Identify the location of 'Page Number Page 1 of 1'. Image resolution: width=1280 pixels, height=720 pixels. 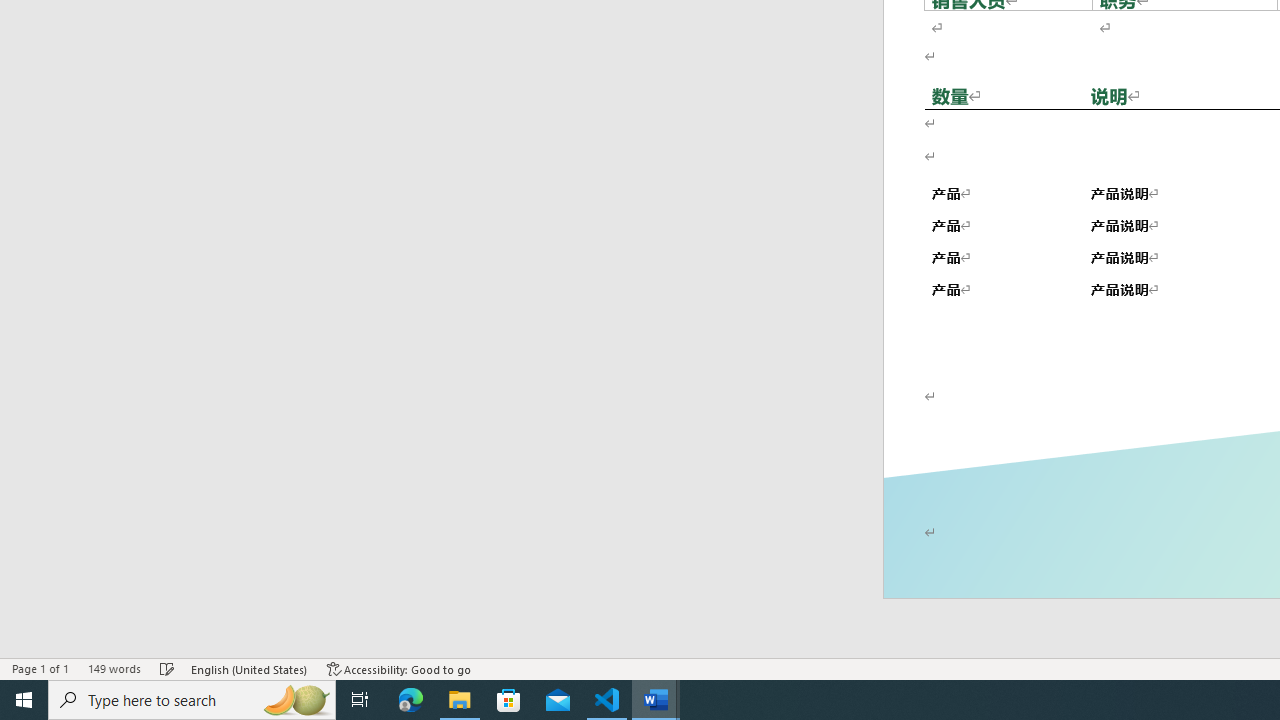
(40, 669).